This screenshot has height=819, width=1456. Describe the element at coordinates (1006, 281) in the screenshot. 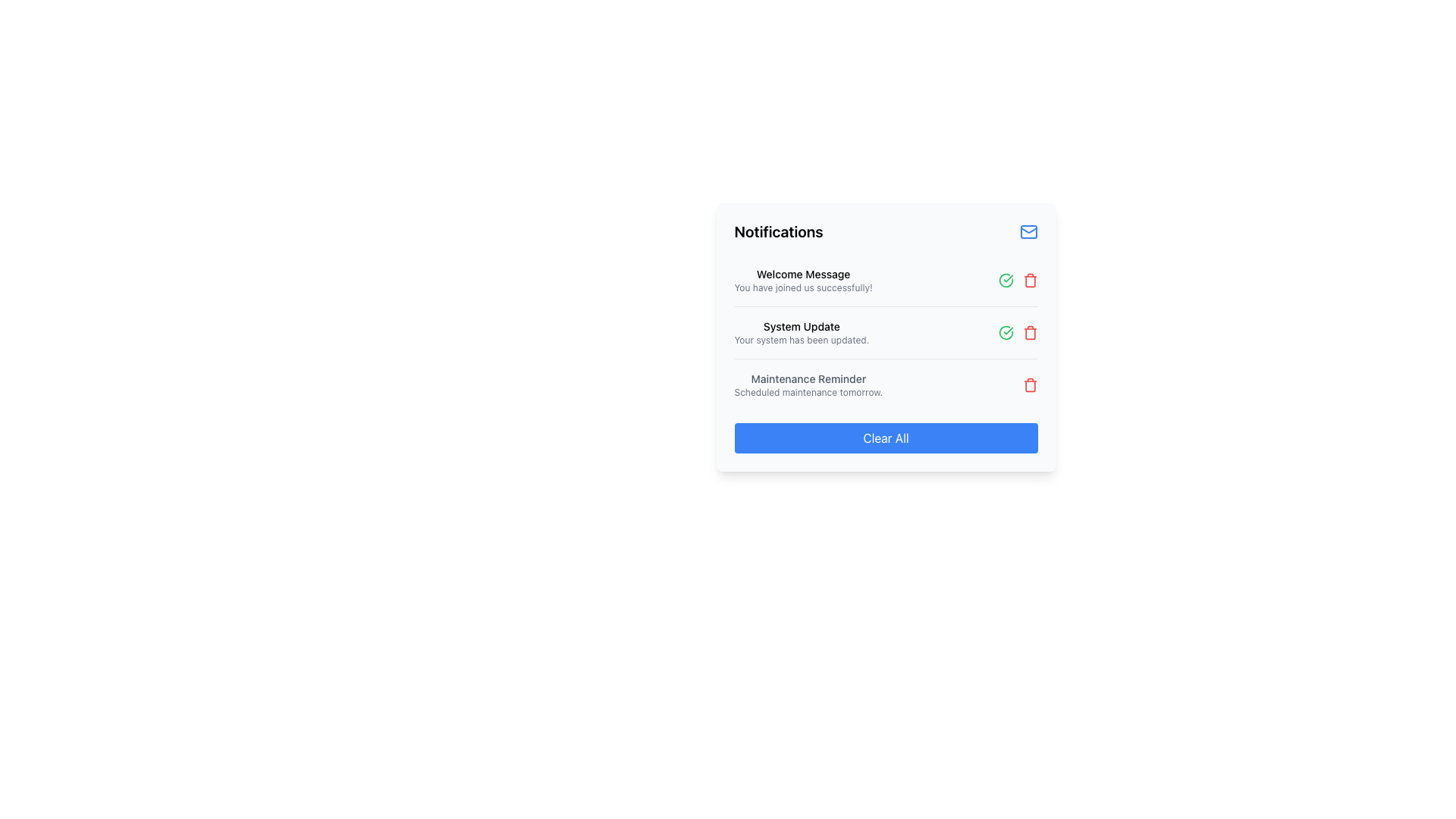

I see `the confirmation icon in the second row of the notification list for the 'System Update' entry` at that location.